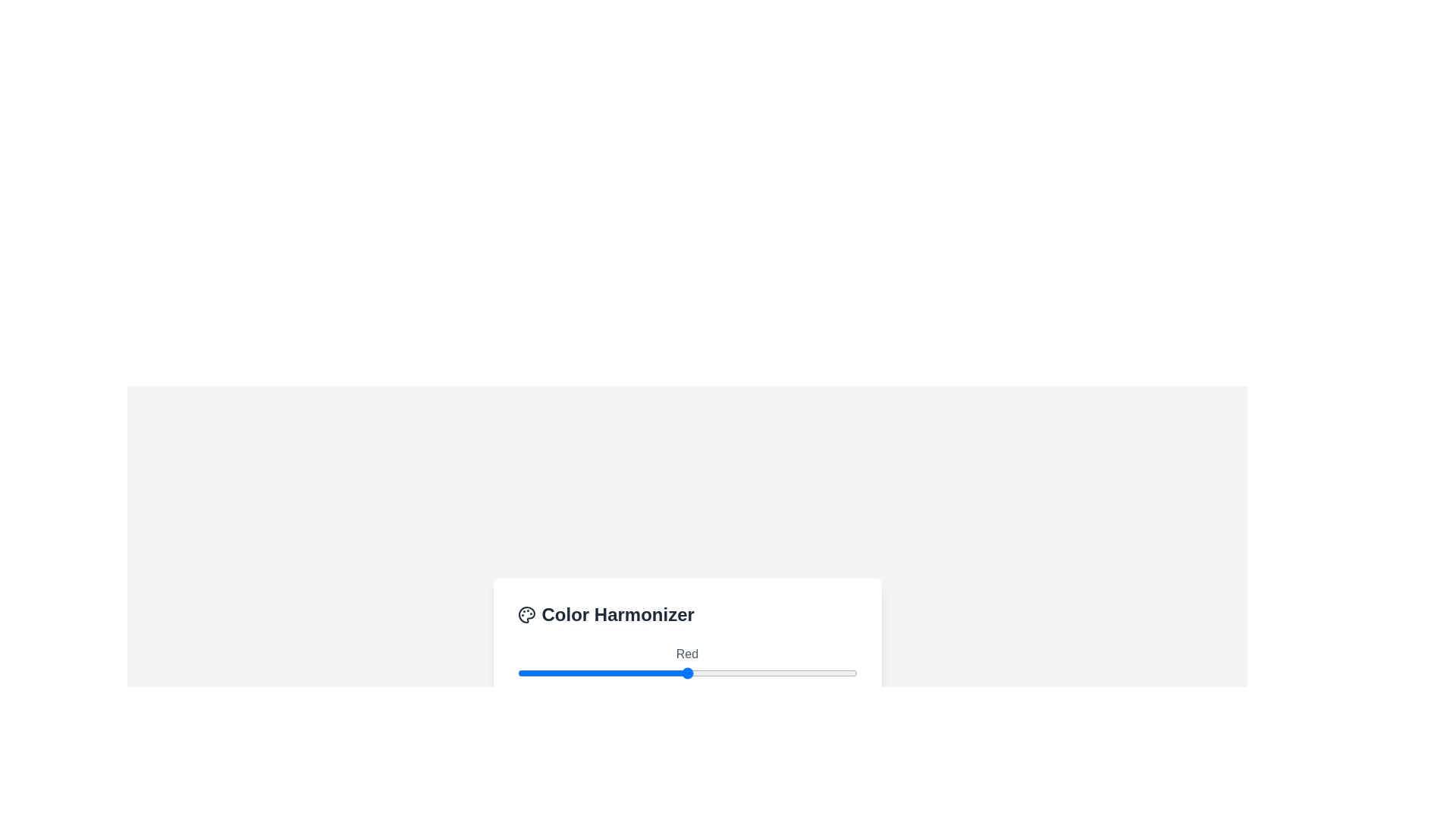  I want to click on the red slider to set its value to 75, so click(617, 672).